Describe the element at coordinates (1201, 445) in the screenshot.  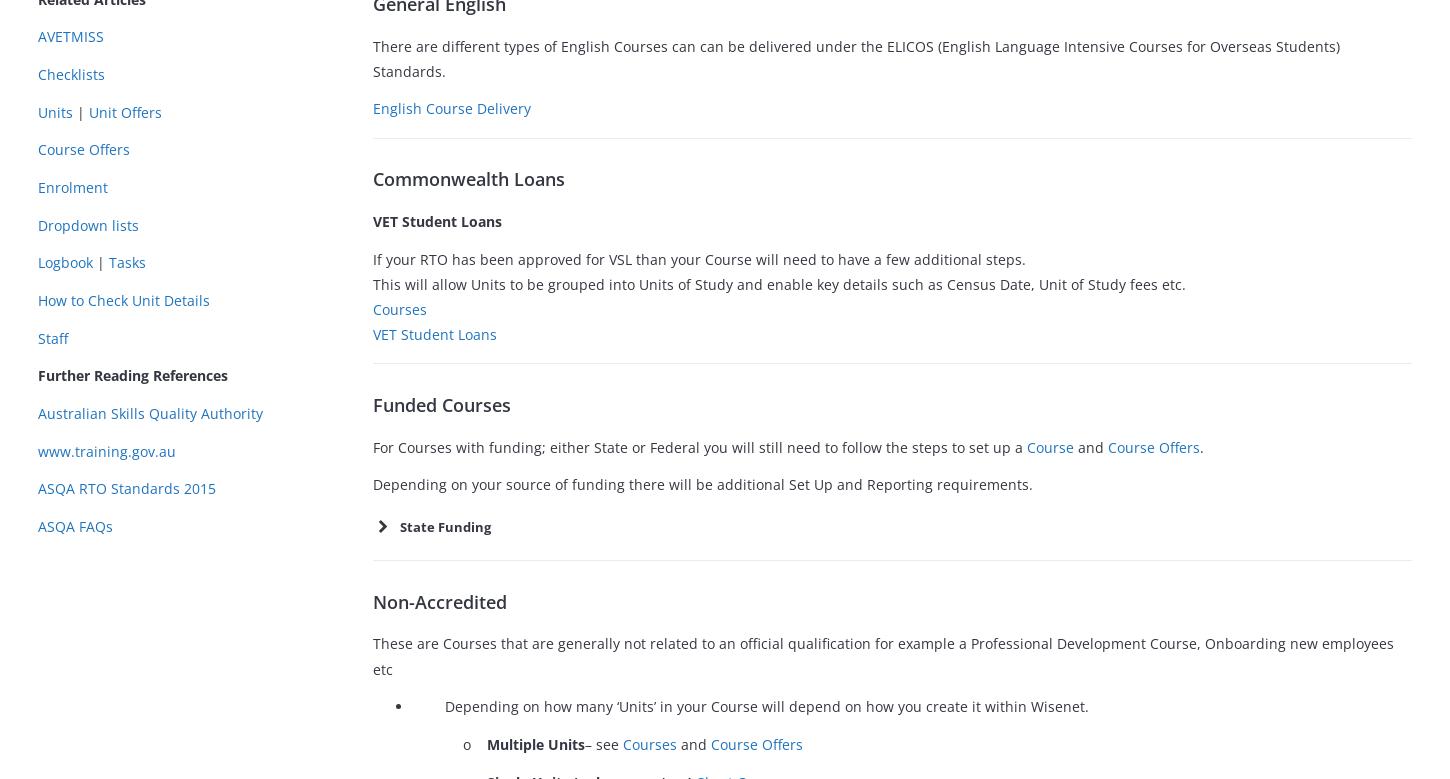
I see `'.'` at that location.